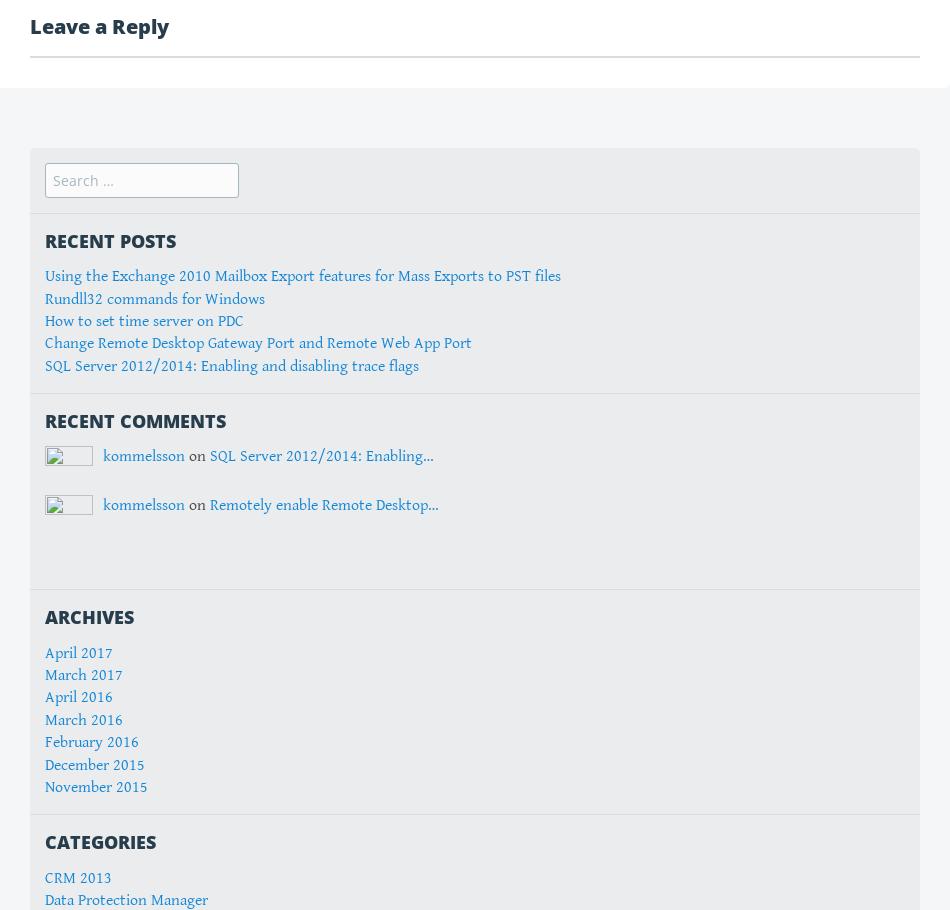  What do you see at coordinates (320, 455) in the screenshot?
I see `'SQL Server 2012/2014: Enabling…'` at bounding box center [320, 455].